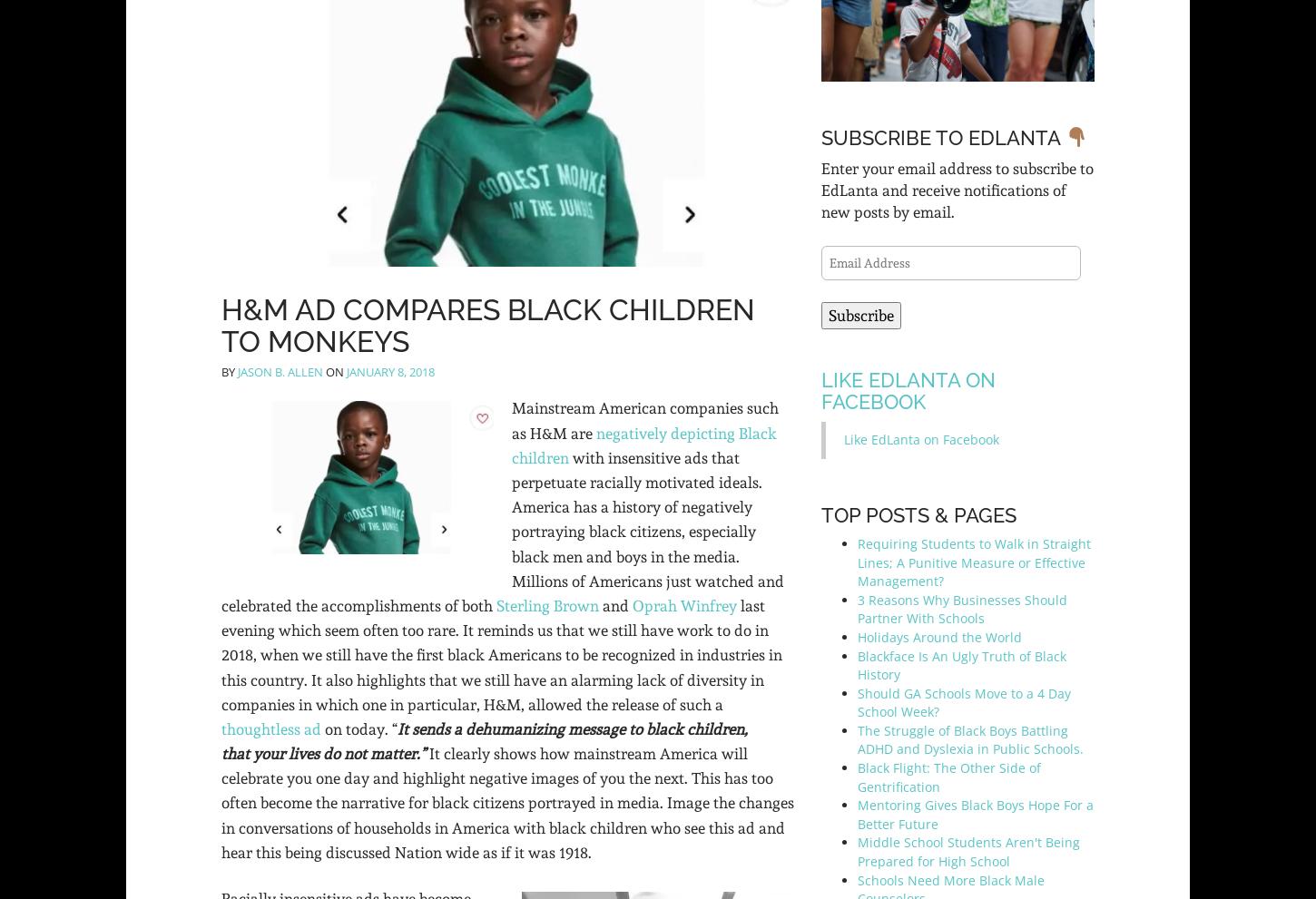  I want to click on 'Enter your email address to subscribe to EdLanta and receive notifications of new posts by email.', so click(958, 189).